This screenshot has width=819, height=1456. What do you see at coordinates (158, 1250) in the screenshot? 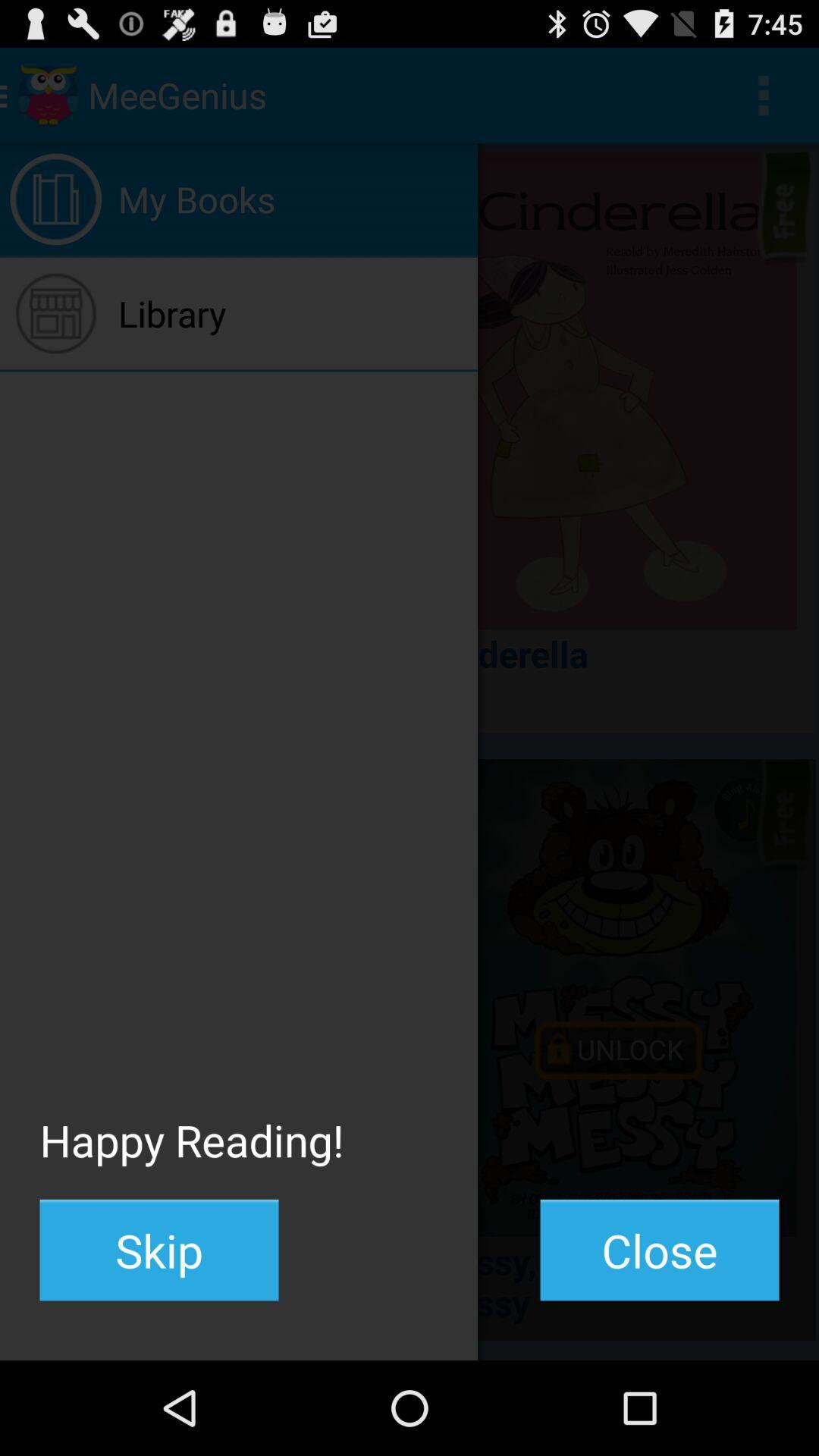
I see `the button to the left of close button` at bounding box center [158, 1250].